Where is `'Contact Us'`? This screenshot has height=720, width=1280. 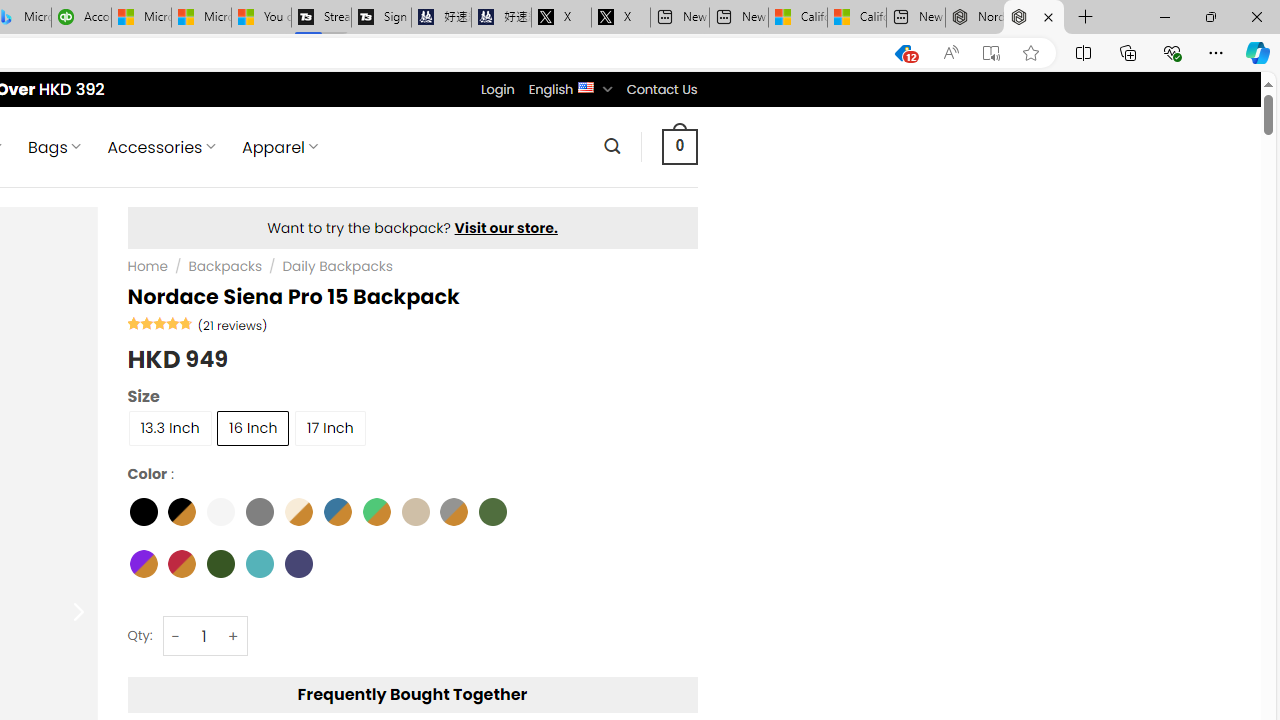 'Contact Us' is located at coordinates (661, 88).